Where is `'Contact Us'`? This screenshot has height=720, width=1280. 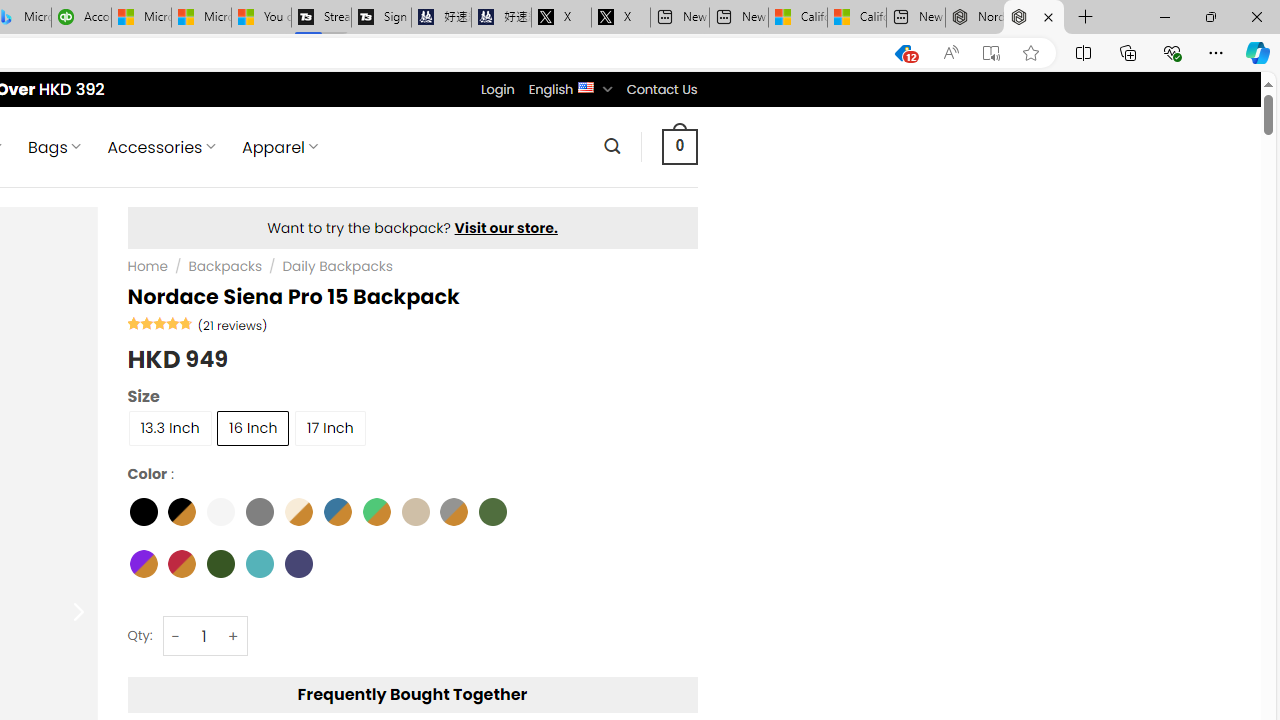 'Contact Us' is located at coordinates (661, 88).